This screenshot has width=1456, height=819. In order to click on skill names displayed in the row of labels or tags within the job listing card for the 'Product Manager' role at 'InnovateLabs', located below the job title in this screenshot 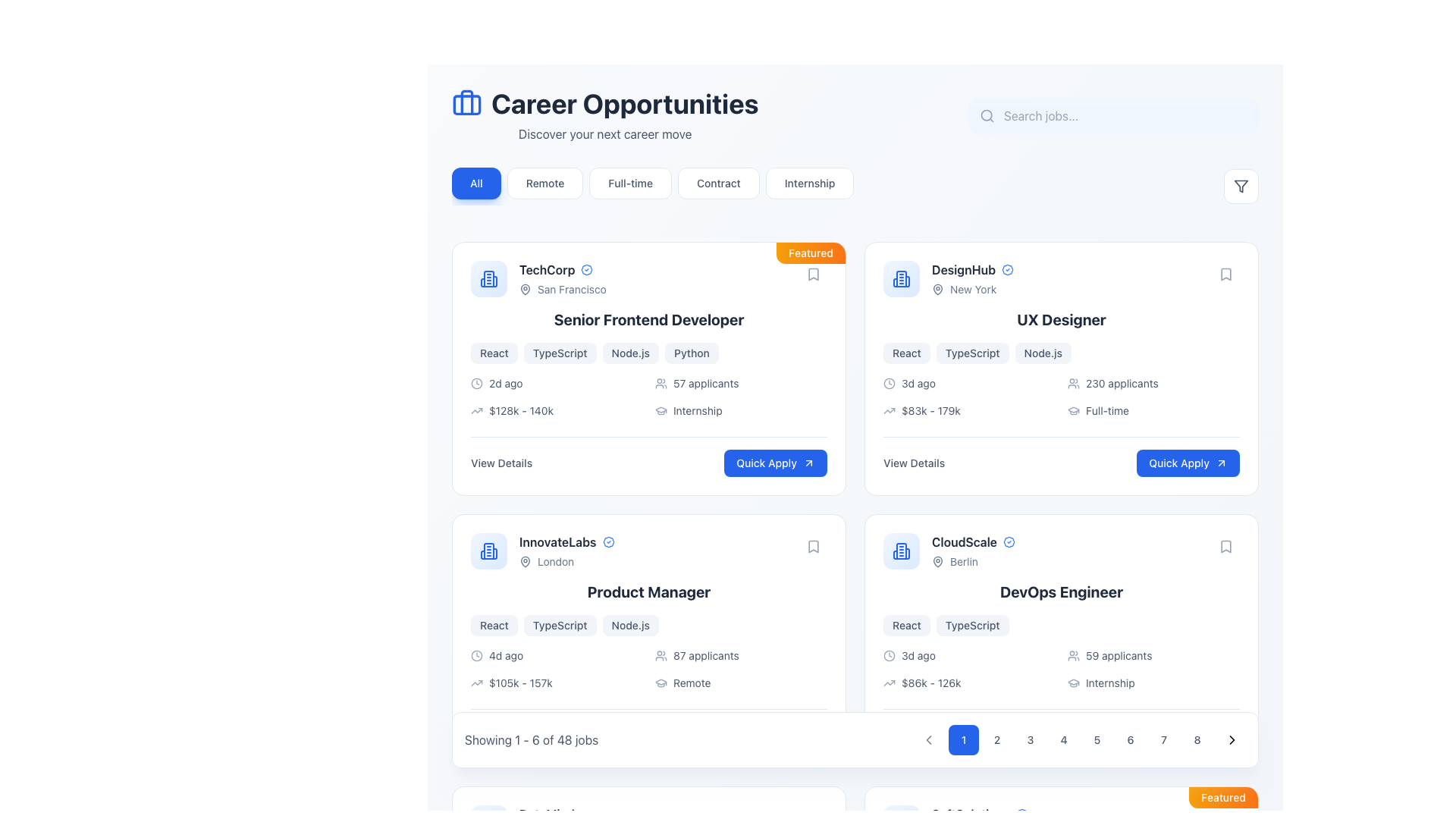, I will do `click(648, 626)`.